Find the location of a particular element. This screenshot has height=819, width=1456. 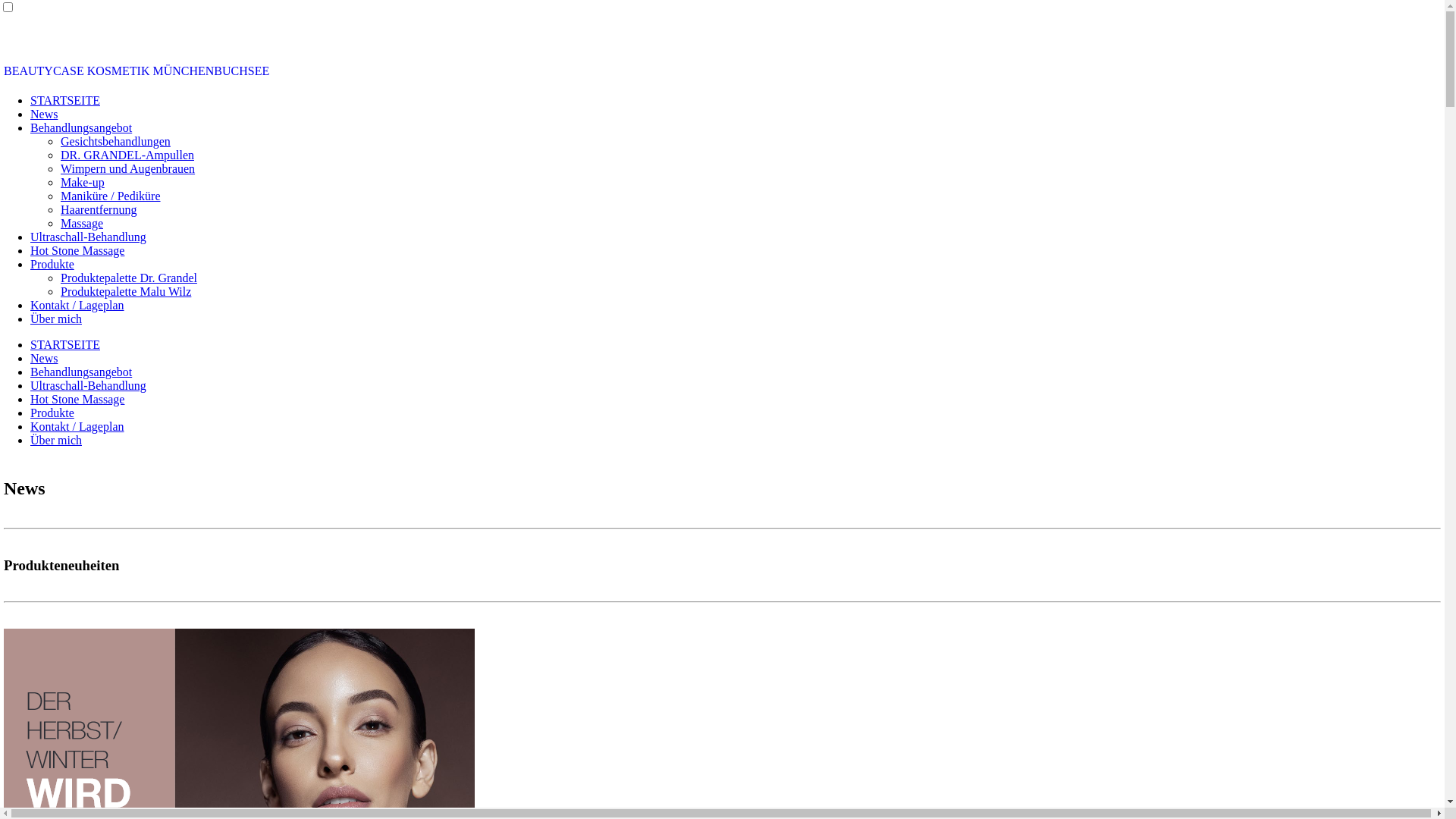

'Produkte' is located at coordinates (52, 263).